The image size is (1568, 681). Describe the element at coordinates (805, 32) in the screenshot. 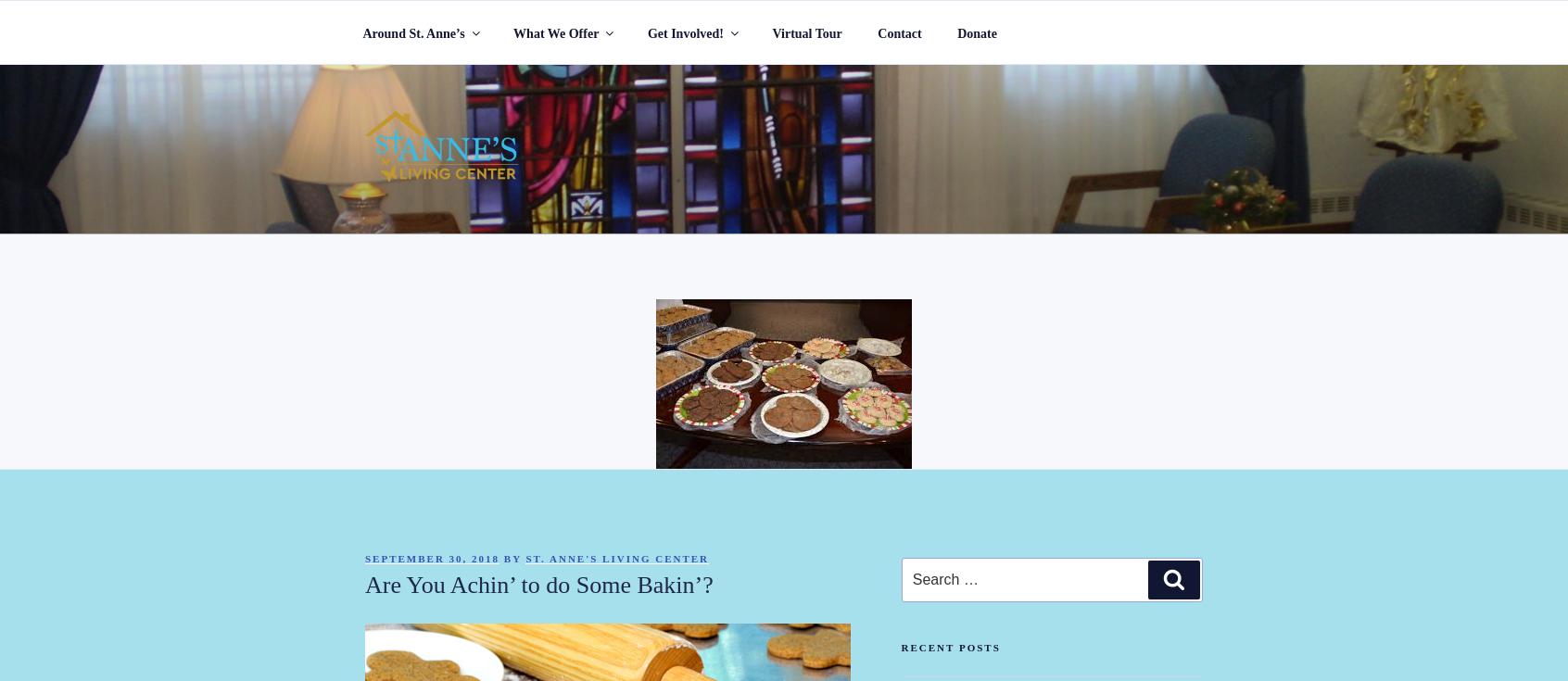

I see `'Virtual Tour'` at that location.